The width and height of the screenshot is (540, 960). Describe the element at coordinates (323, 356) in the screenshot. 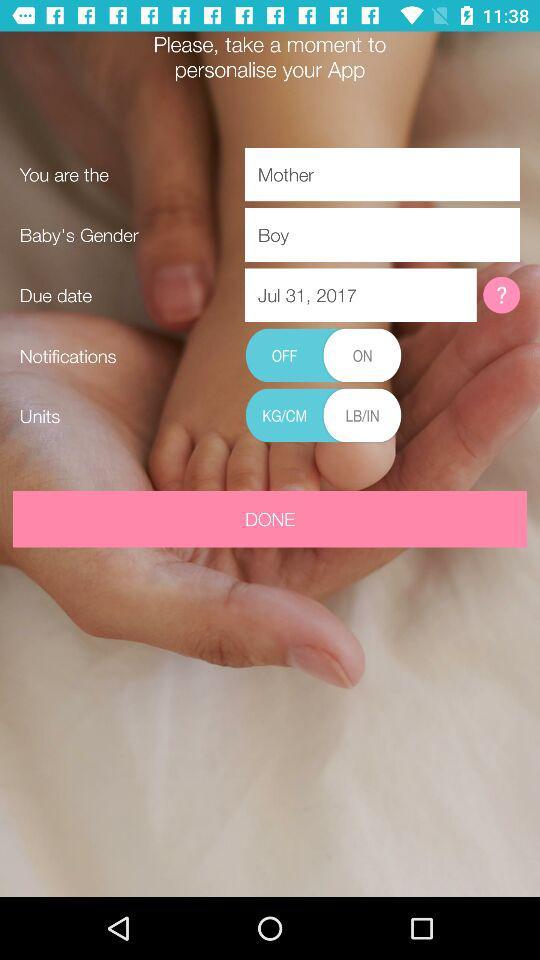

I see `notifications` at that location.